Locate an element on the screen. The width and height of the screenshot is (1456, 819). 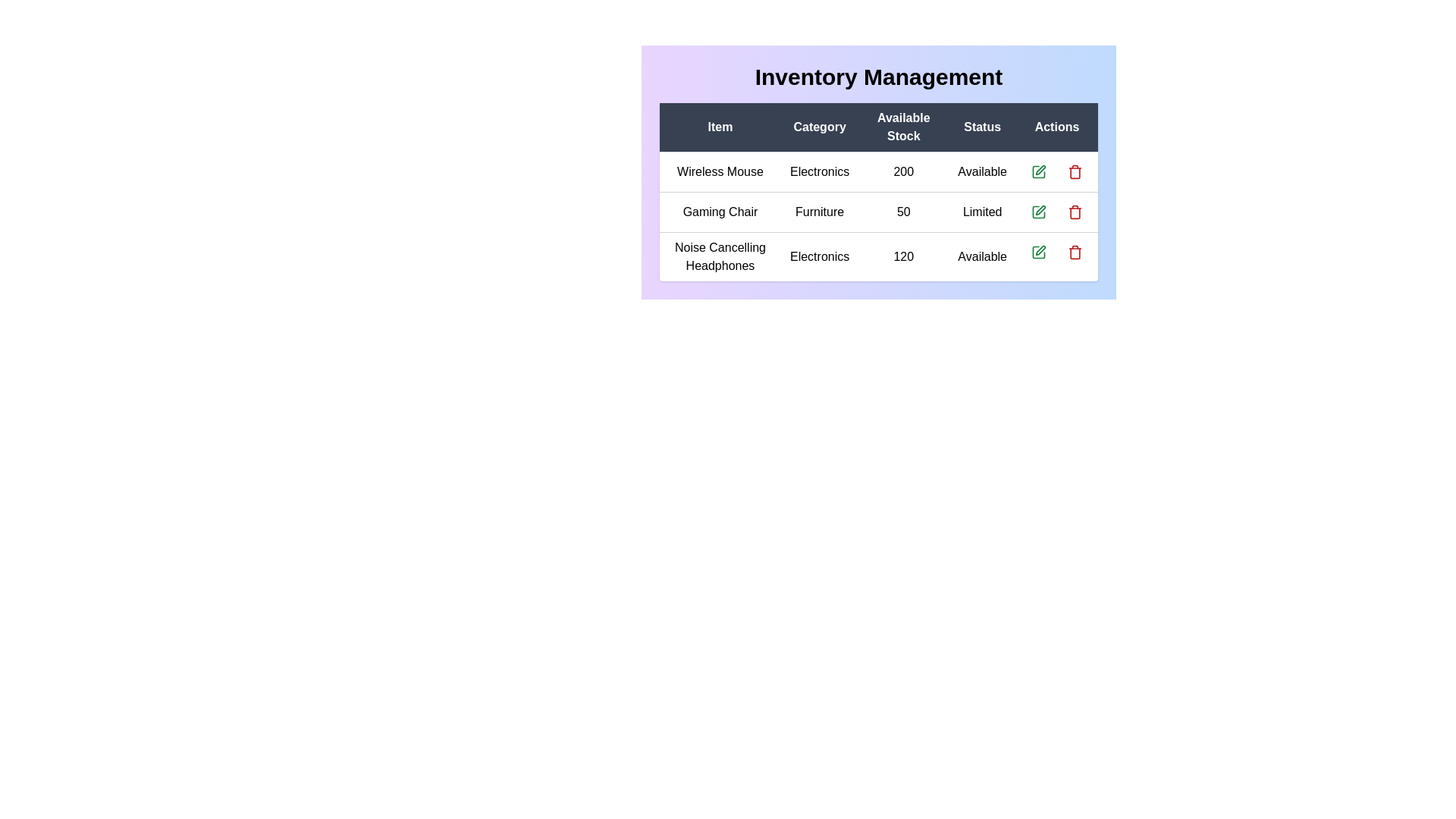
delete button for the inventory item Noise Cancelling Headphones is located at coordinates (1074, 251).